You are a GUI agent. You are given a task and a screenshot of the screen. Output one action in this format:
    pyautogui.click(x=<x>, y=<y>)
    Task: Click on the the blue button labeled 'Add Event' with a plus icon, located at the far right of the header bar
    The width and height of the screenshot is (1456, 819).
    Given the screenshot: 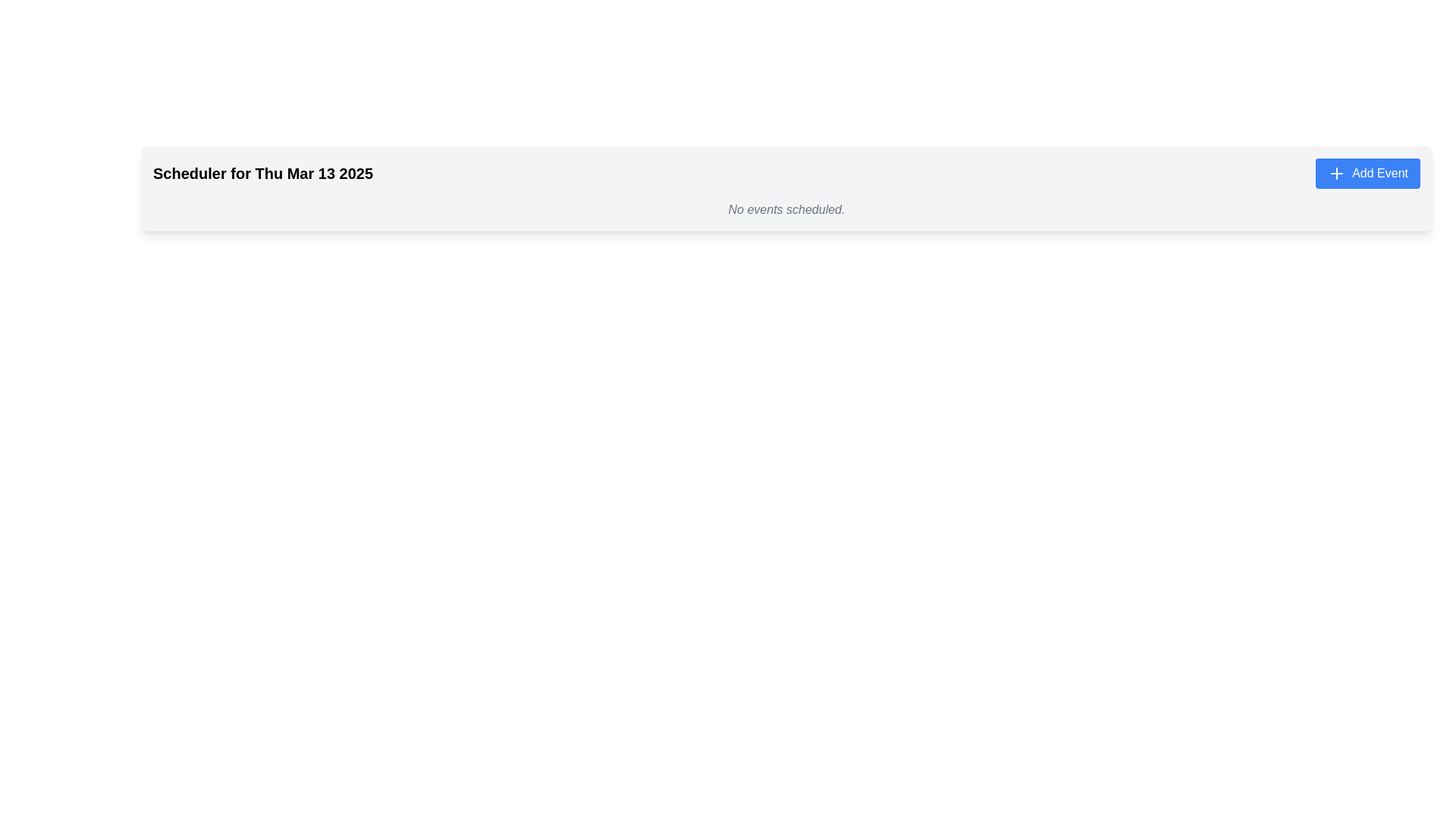 What is the action you would take?
    pyautogui.click(x=1368, y=172)
    